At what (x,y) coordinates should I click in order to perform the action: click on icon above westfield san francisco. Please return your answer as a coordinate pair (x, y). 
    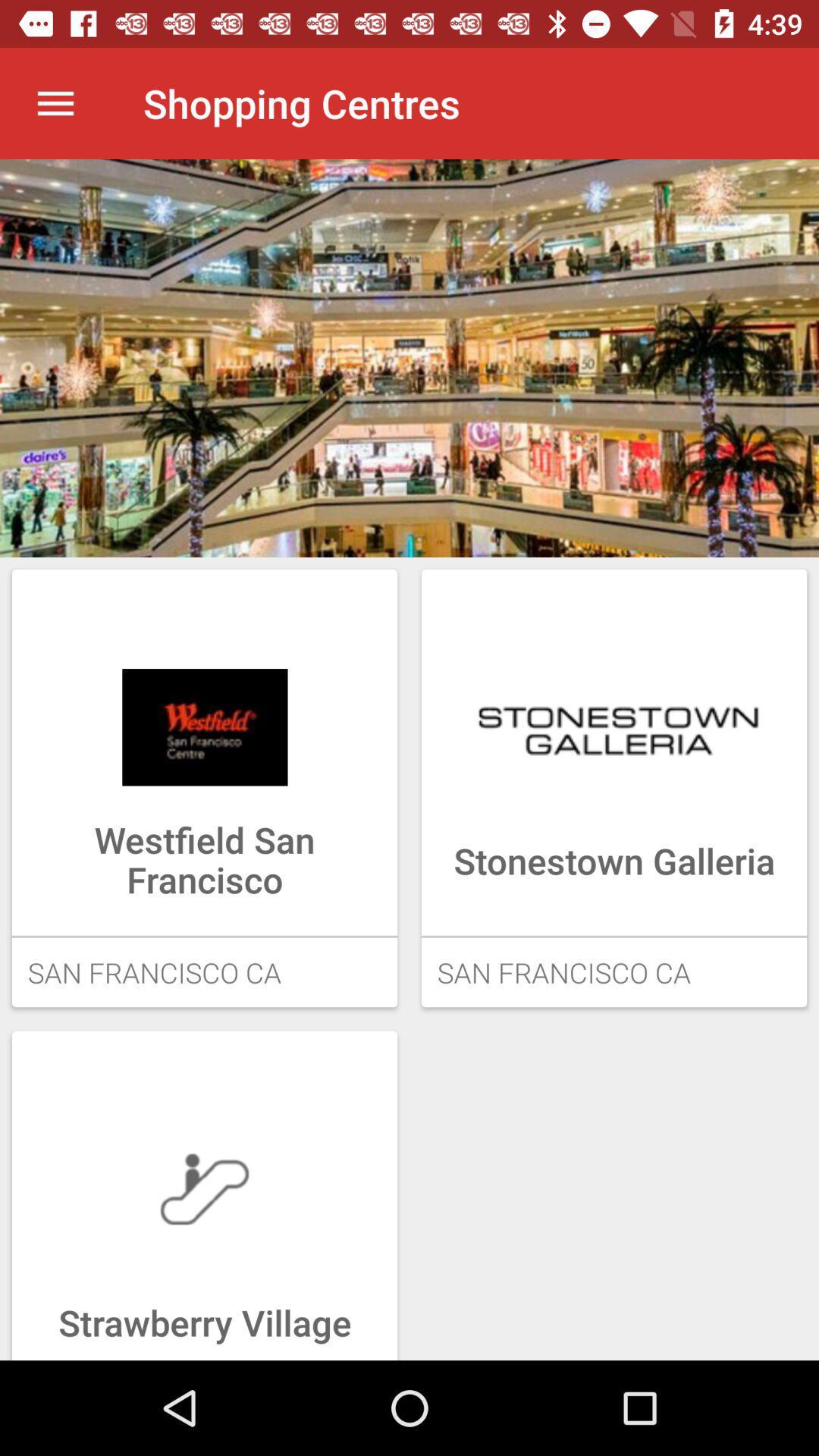
    Looking at the image, I should click on (205, 726).